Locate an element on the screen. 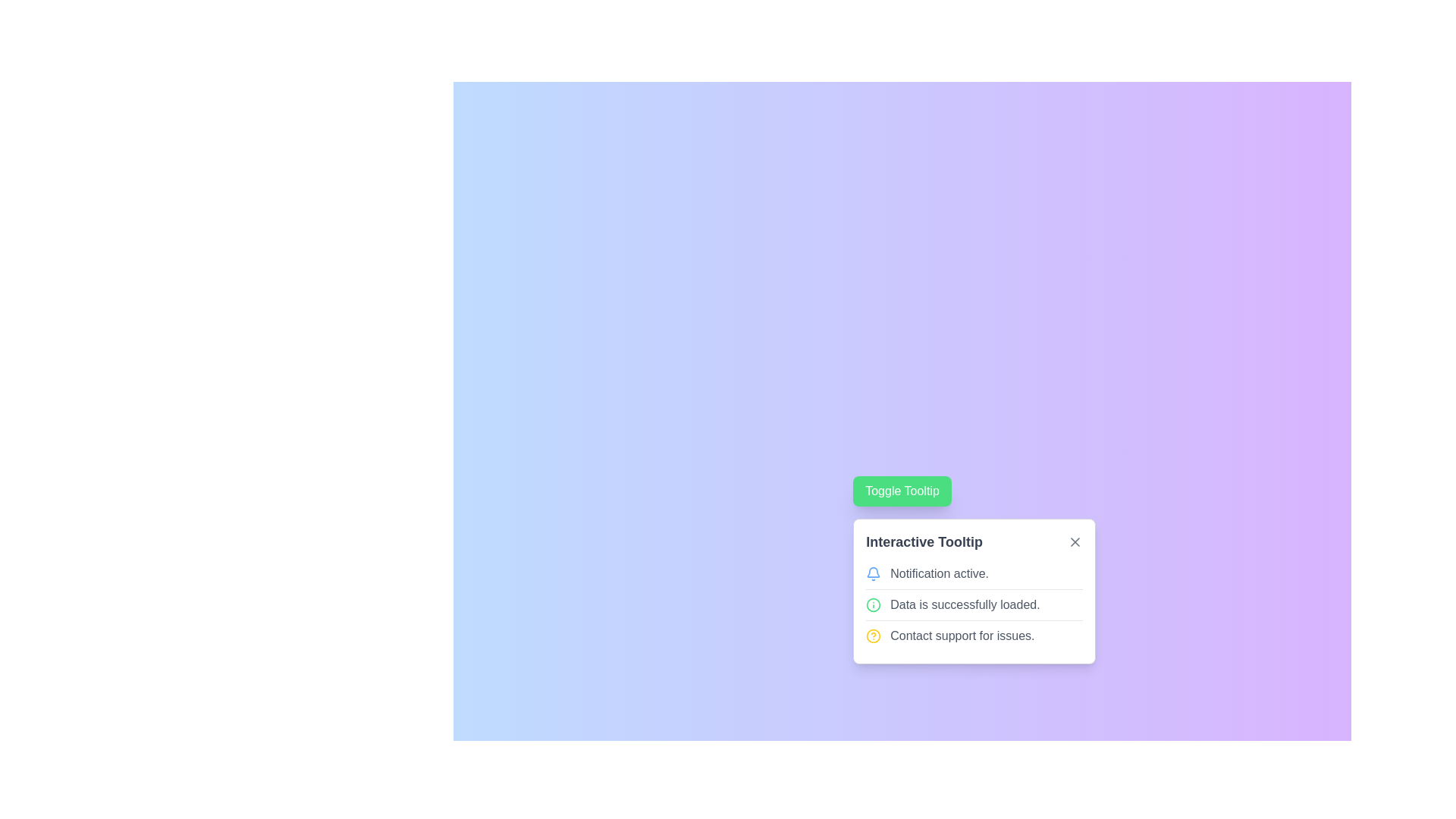  the icon that signifies information or a status update related to the text 'Data is successfully loaded.' by moving the cursor to its center point is located at coordinates (874, 604).